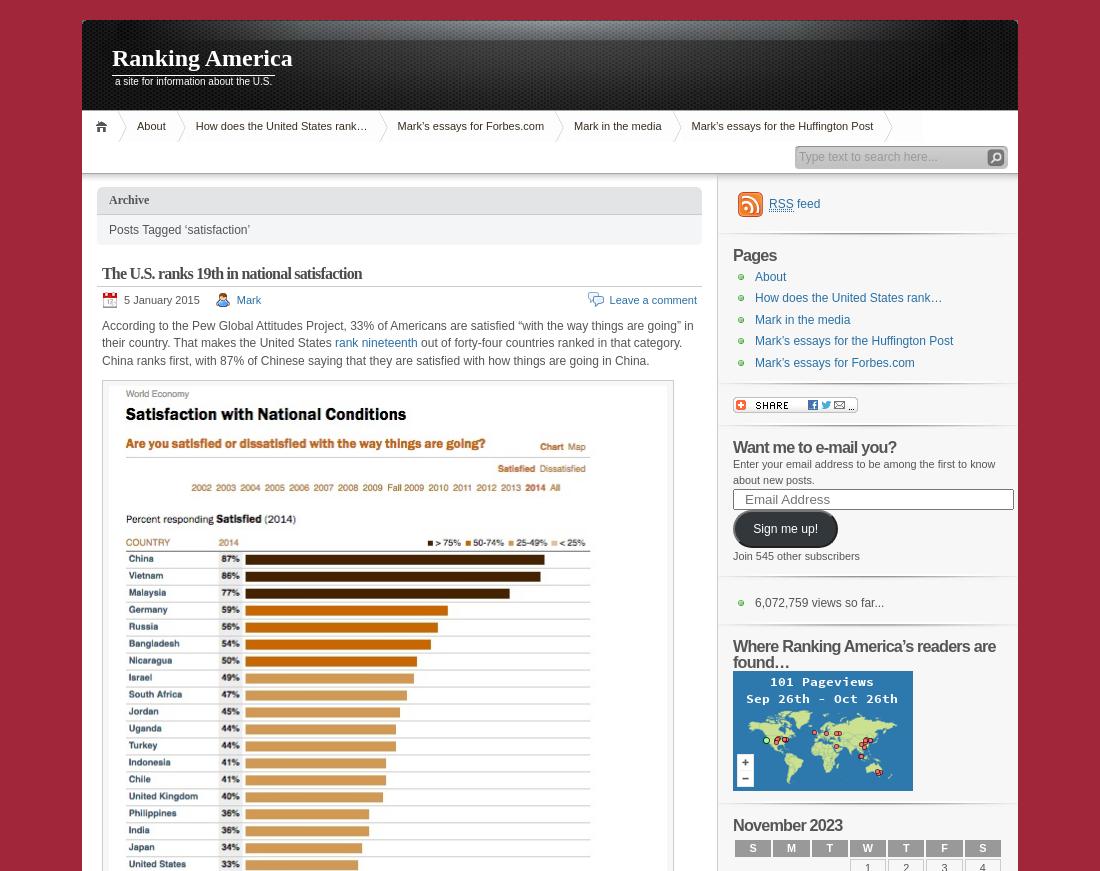 The width and height of the screenshot is (1100, 871). I want to click on 'The U.S. ranks 19th in national satisfaction', so click(231, 273).